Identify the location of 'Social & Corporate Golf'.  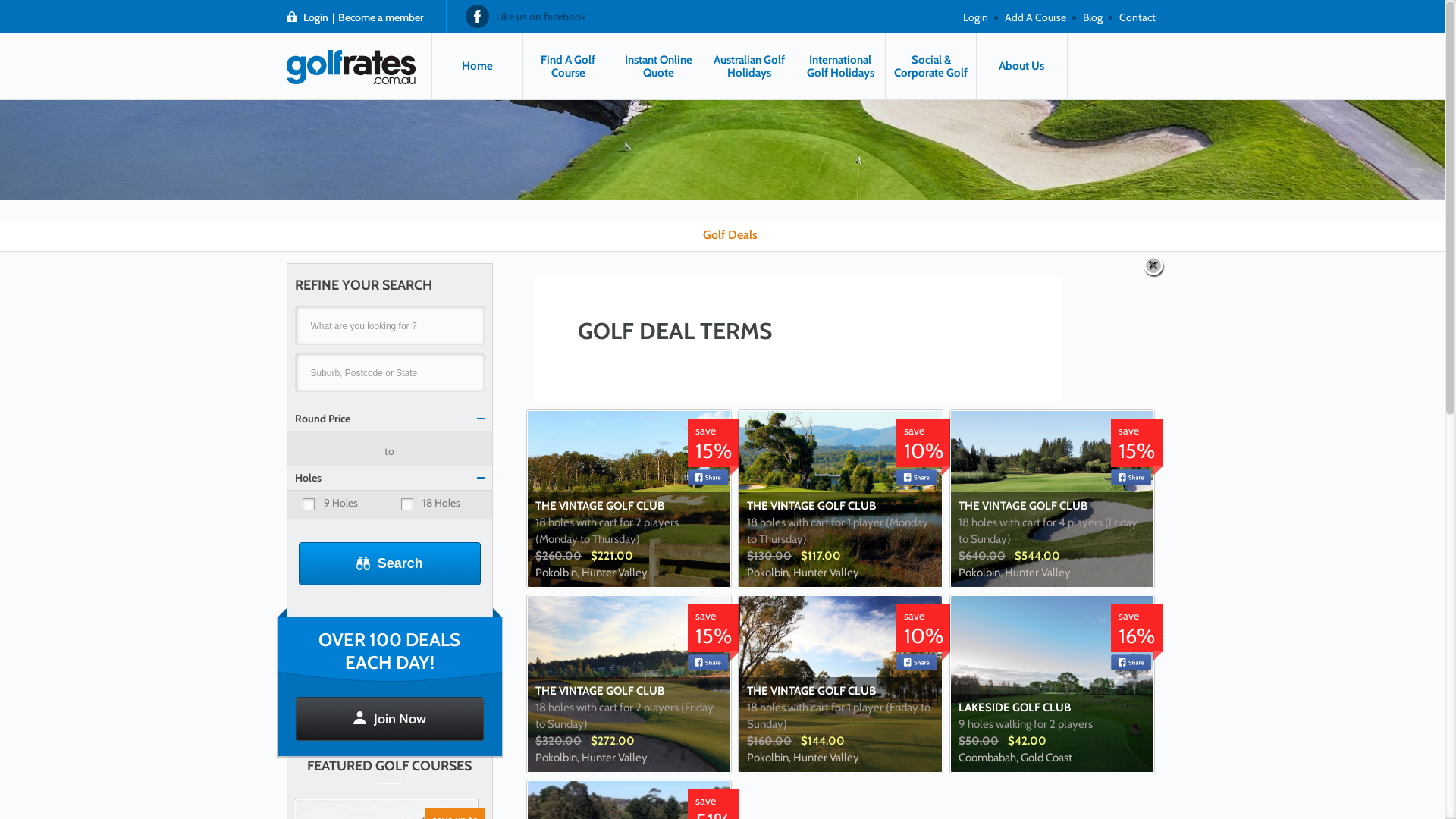
(885, 65).